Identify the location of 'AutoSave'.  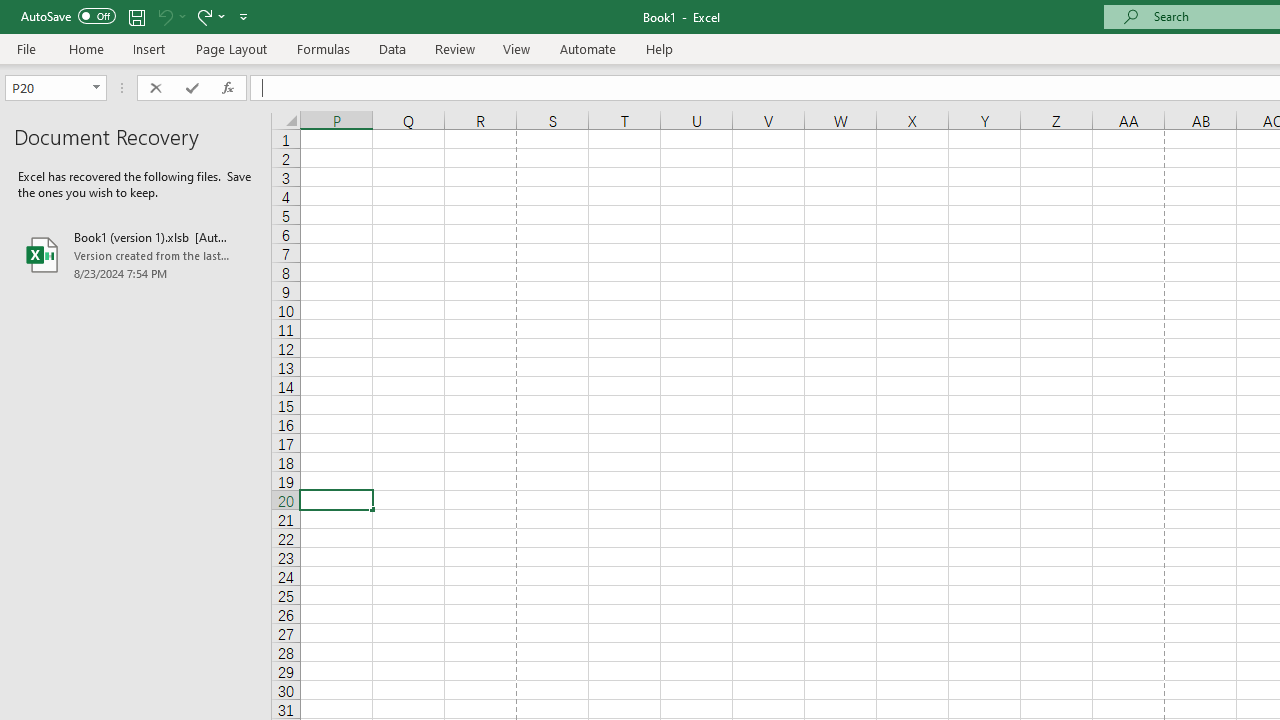
(68, 16).